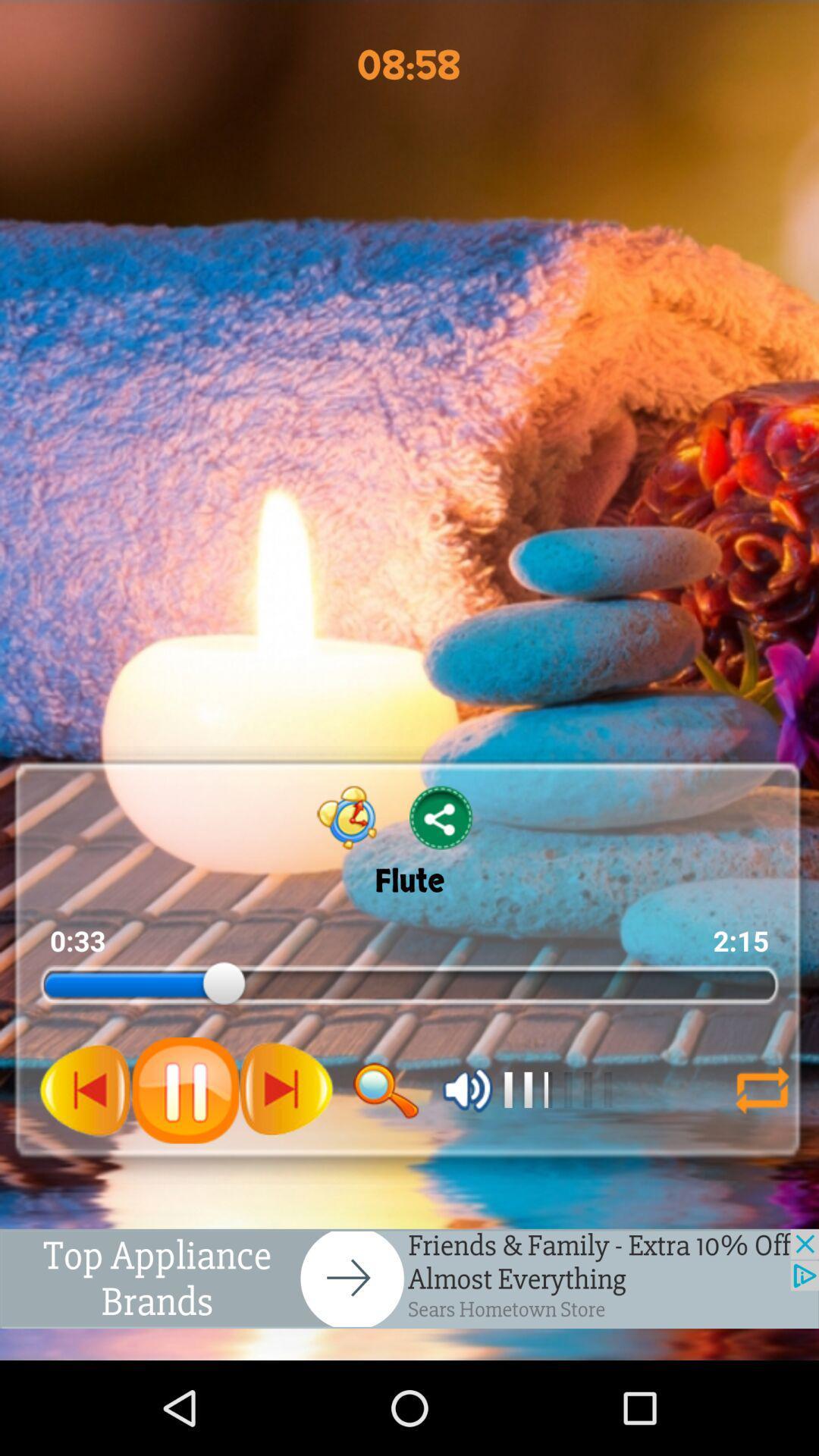  I want to click on the repeat icon, so click(755, 1166).